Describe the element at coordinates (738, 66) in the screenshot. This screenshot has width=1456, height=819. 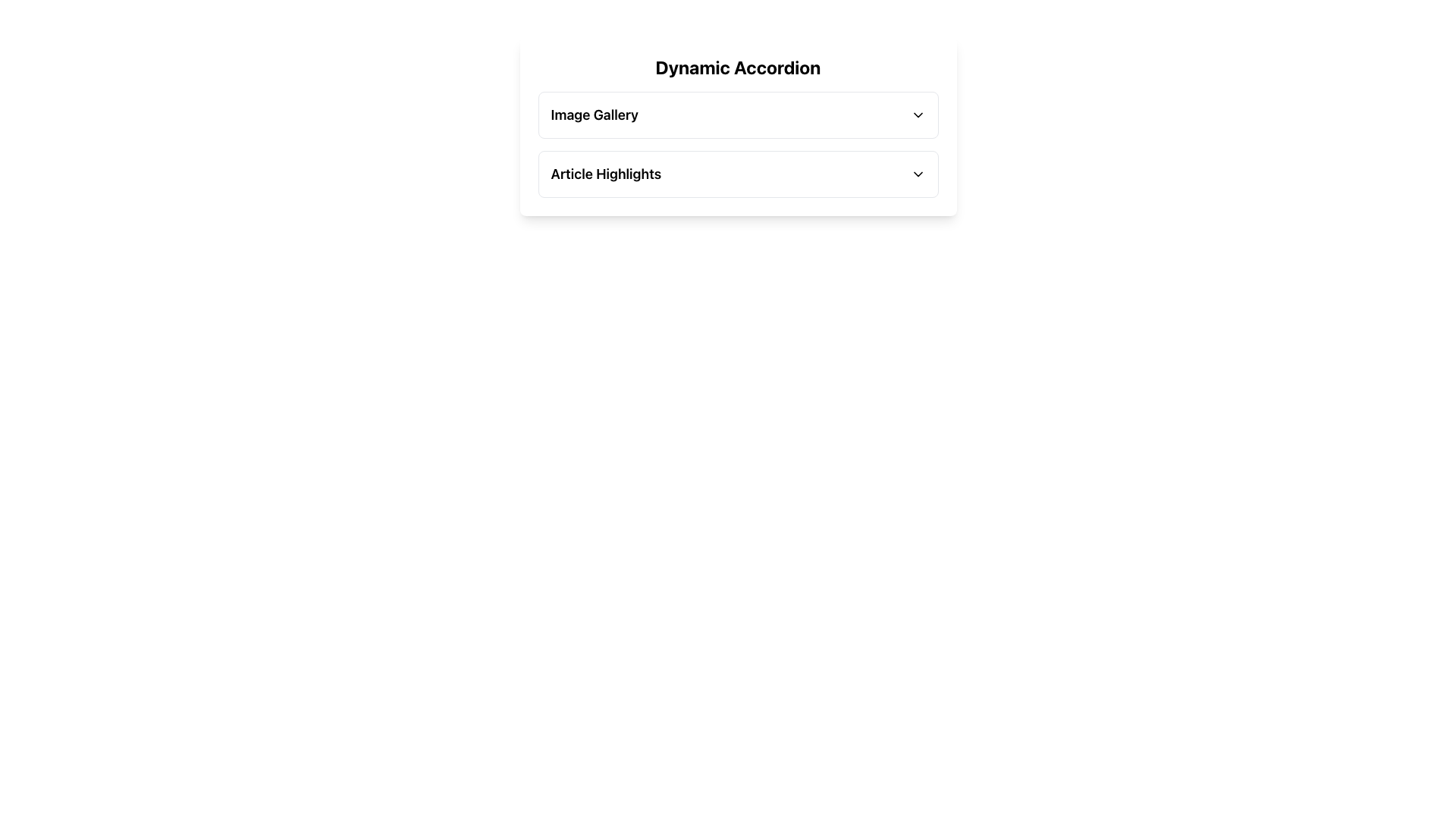
I see `the bold, large text label displaying 'Dynamic Accordion' at the top of the white rectangular card` at that location.